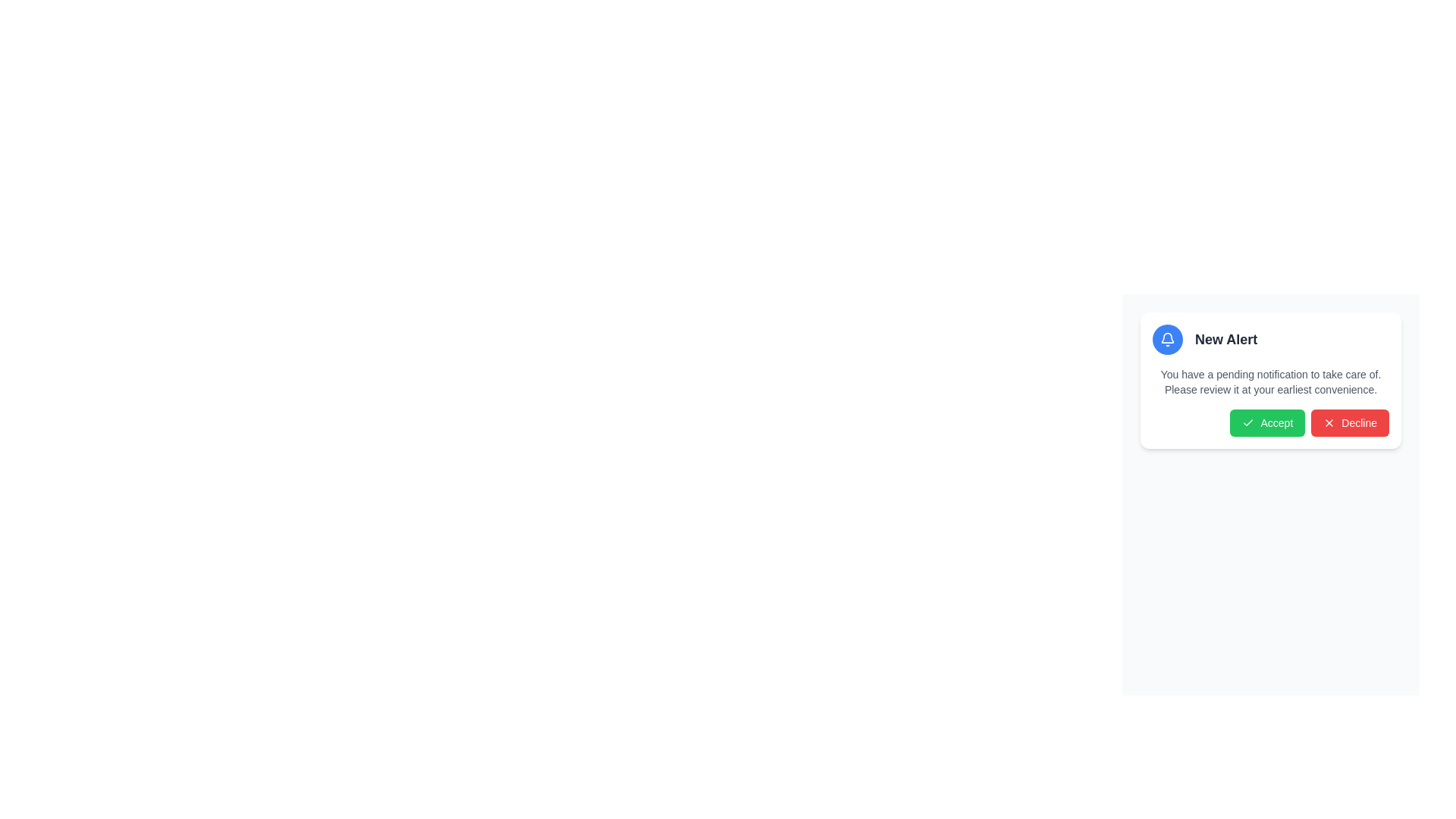 This screenshot has height=819, width=1456. What do you see at coordinates (1270, 338) in the screenshot?
I see `the Notification Header` at bounding box center [1270, 338].